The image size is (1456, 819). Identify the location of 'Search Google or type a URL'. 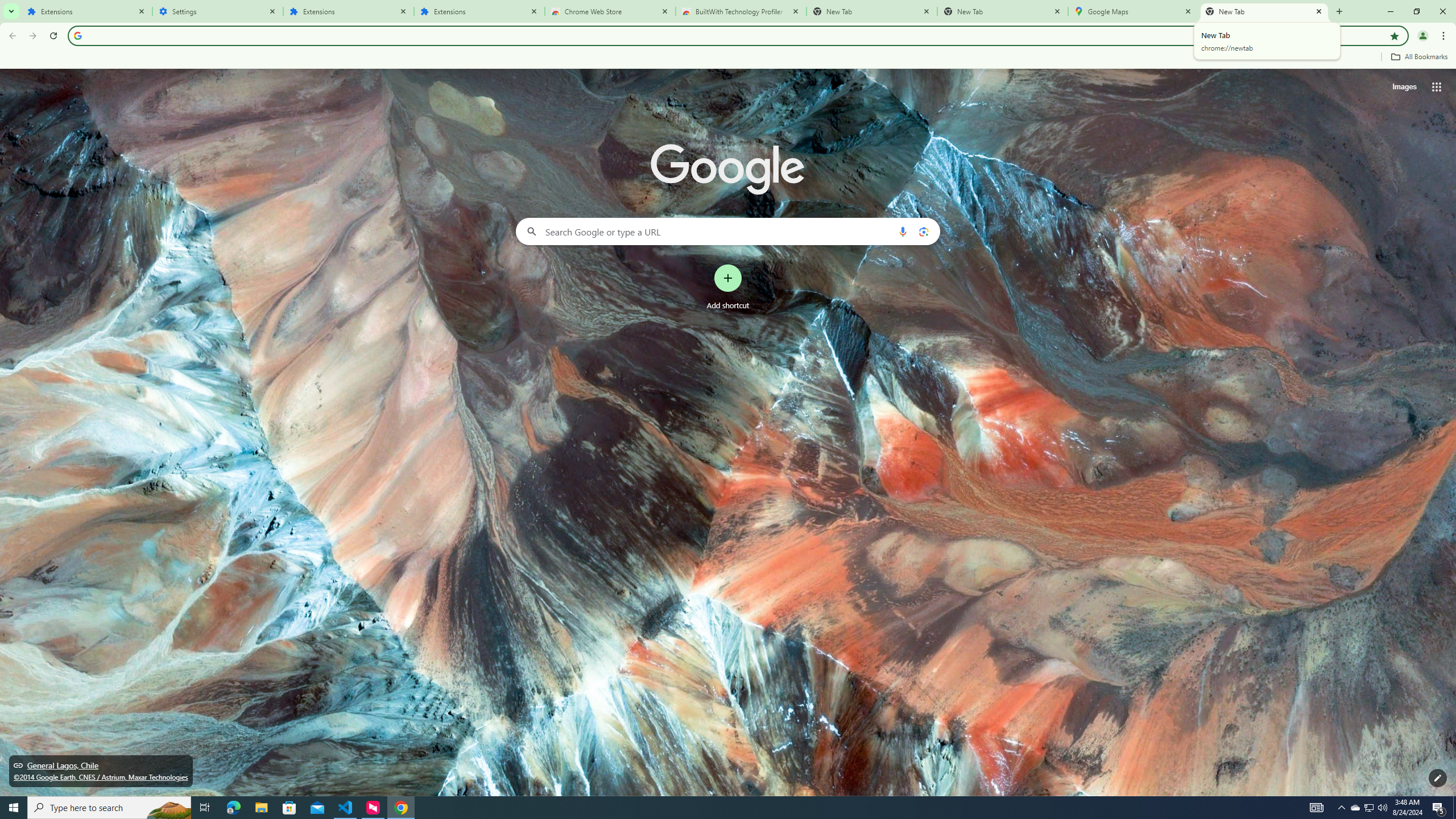
(728, 230).